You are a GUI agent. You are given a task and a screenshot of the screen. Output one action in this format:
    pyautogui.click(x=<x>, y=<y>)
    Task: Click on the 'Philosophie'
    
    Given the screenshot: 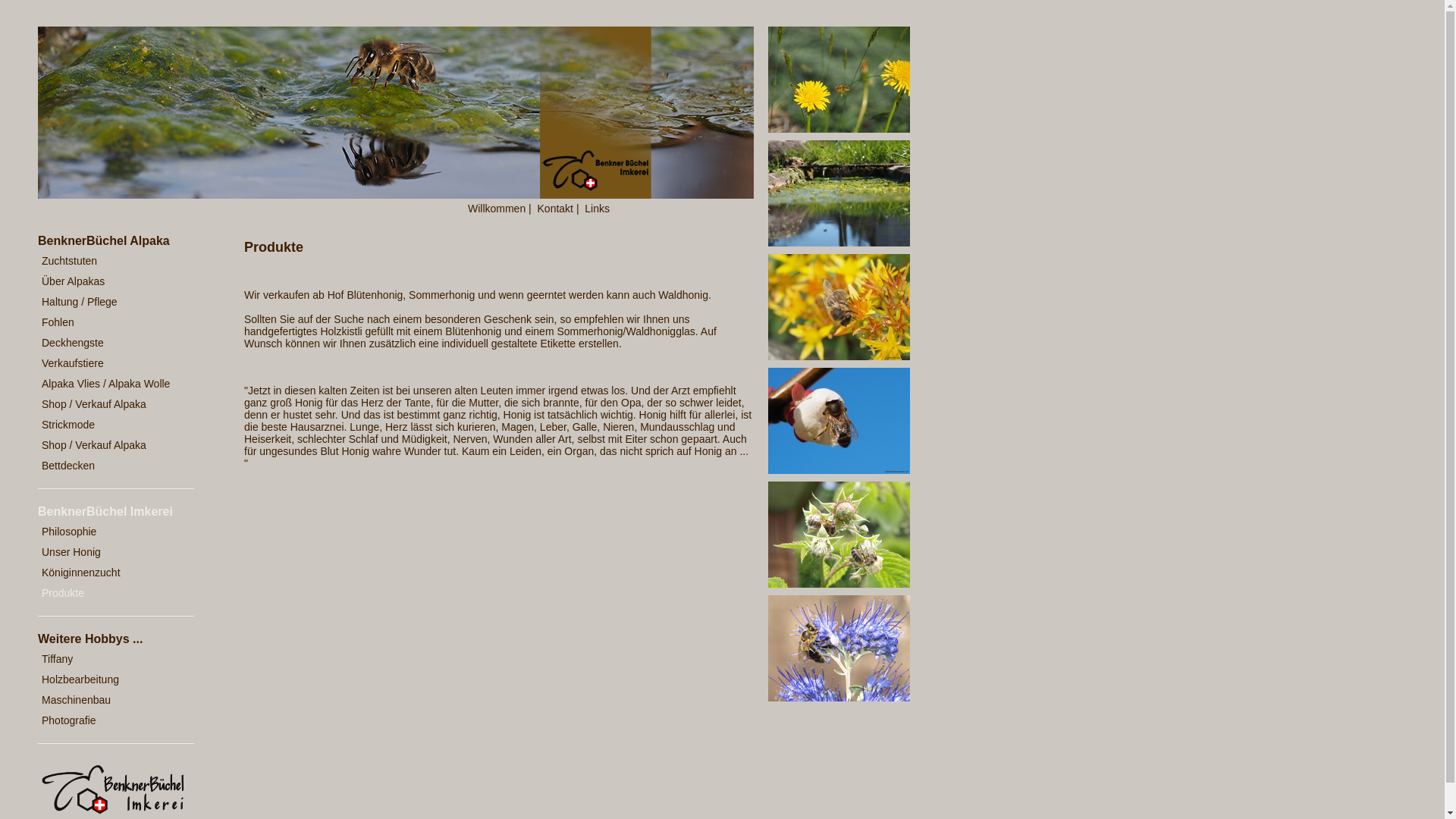 What is the action you would take?
    pyautogui.click(x=108, y=531)
    